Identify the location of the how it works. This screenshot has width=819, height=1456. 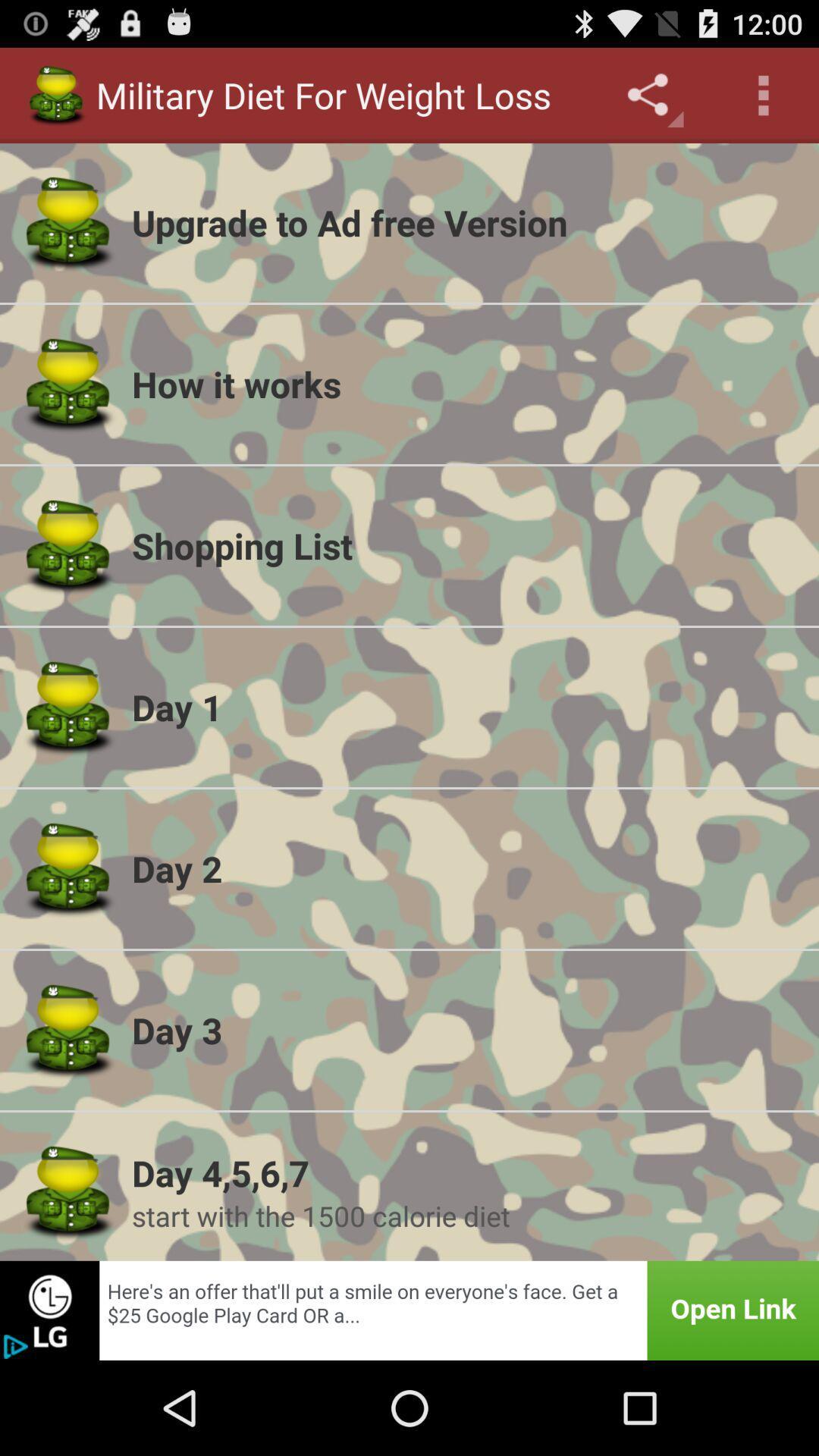
(465, 384).